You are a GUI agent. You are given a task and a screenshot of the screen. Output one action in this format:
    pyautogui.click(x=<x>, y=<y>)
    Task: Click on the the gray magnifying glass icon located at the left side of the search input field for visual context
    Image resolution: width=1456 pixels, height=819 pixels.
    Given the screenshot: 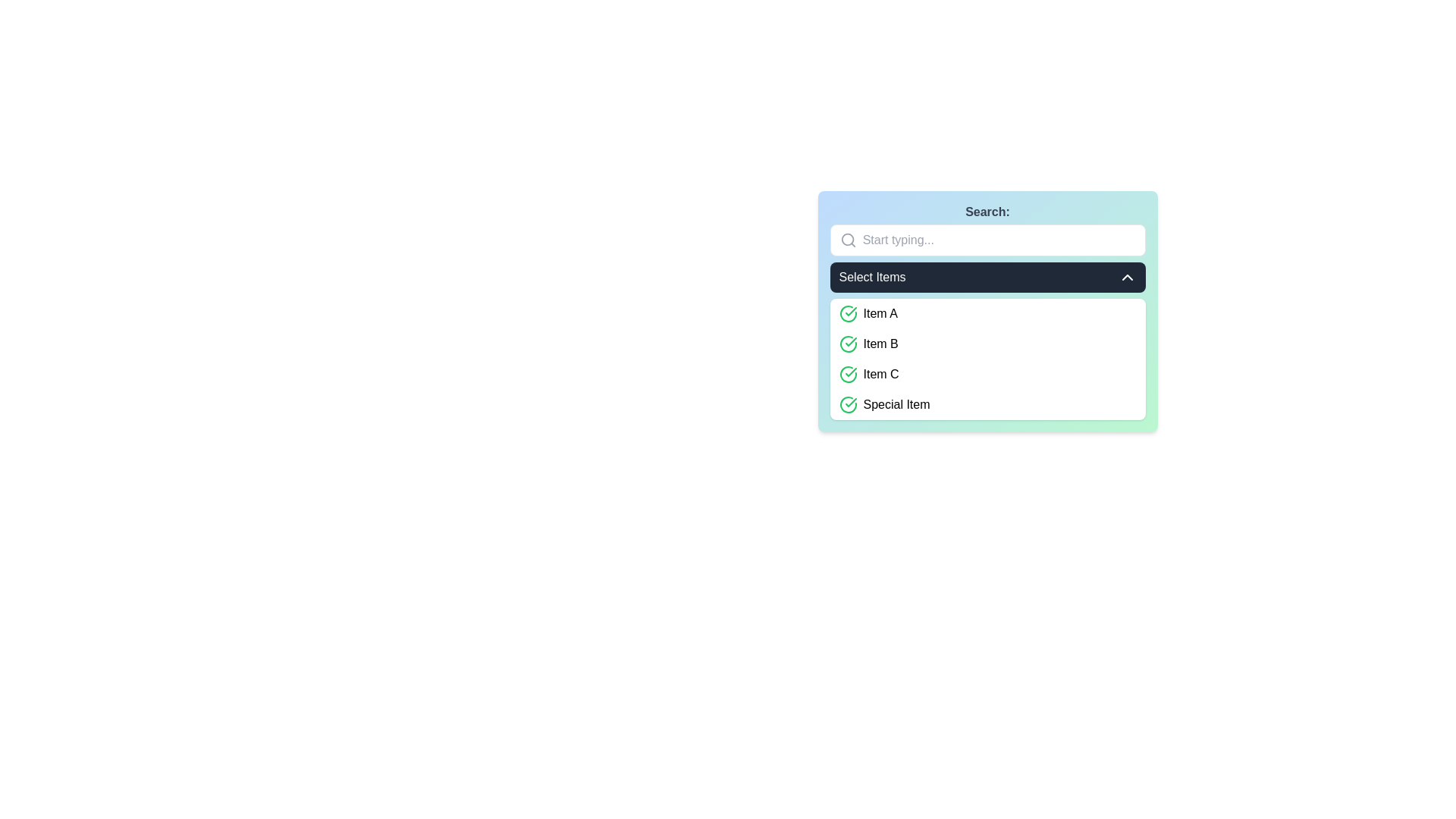 What is the action you would take?
    pyautogui.click(x=847, y=239)
    